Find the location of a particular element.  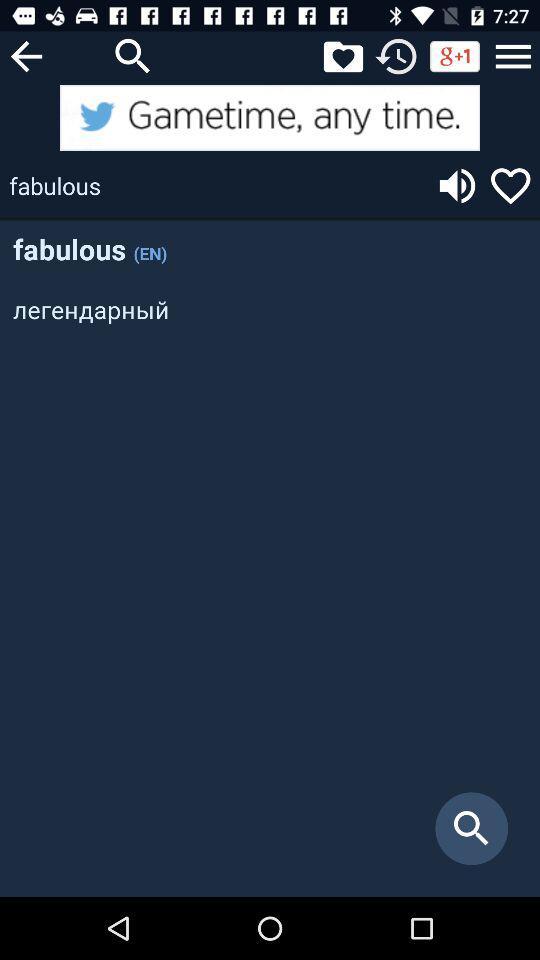

time button is located at coordinates (396, 55).